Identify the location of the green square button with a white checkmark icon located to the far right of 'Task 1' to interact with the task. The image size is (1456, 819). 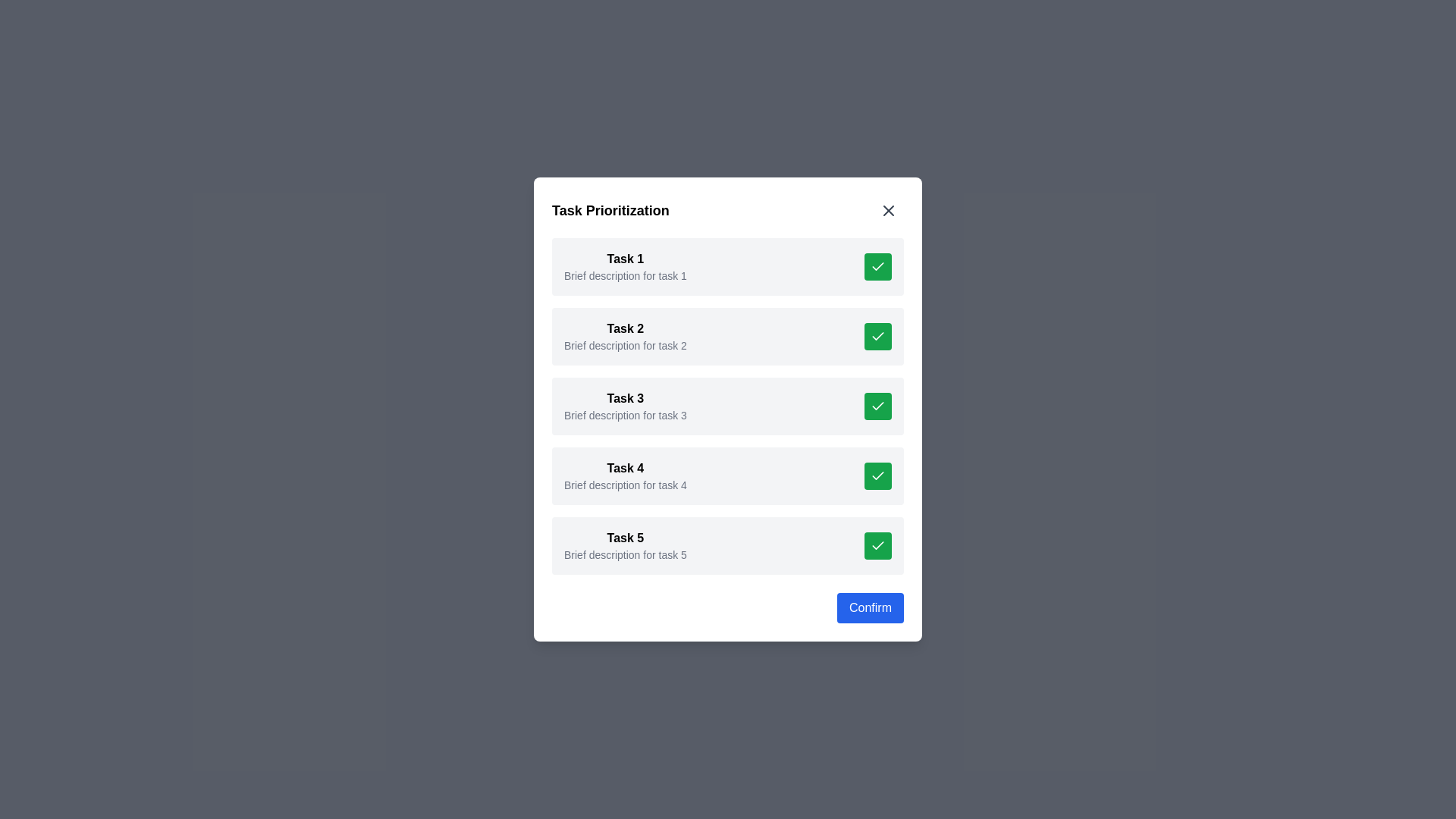
(877, 265).